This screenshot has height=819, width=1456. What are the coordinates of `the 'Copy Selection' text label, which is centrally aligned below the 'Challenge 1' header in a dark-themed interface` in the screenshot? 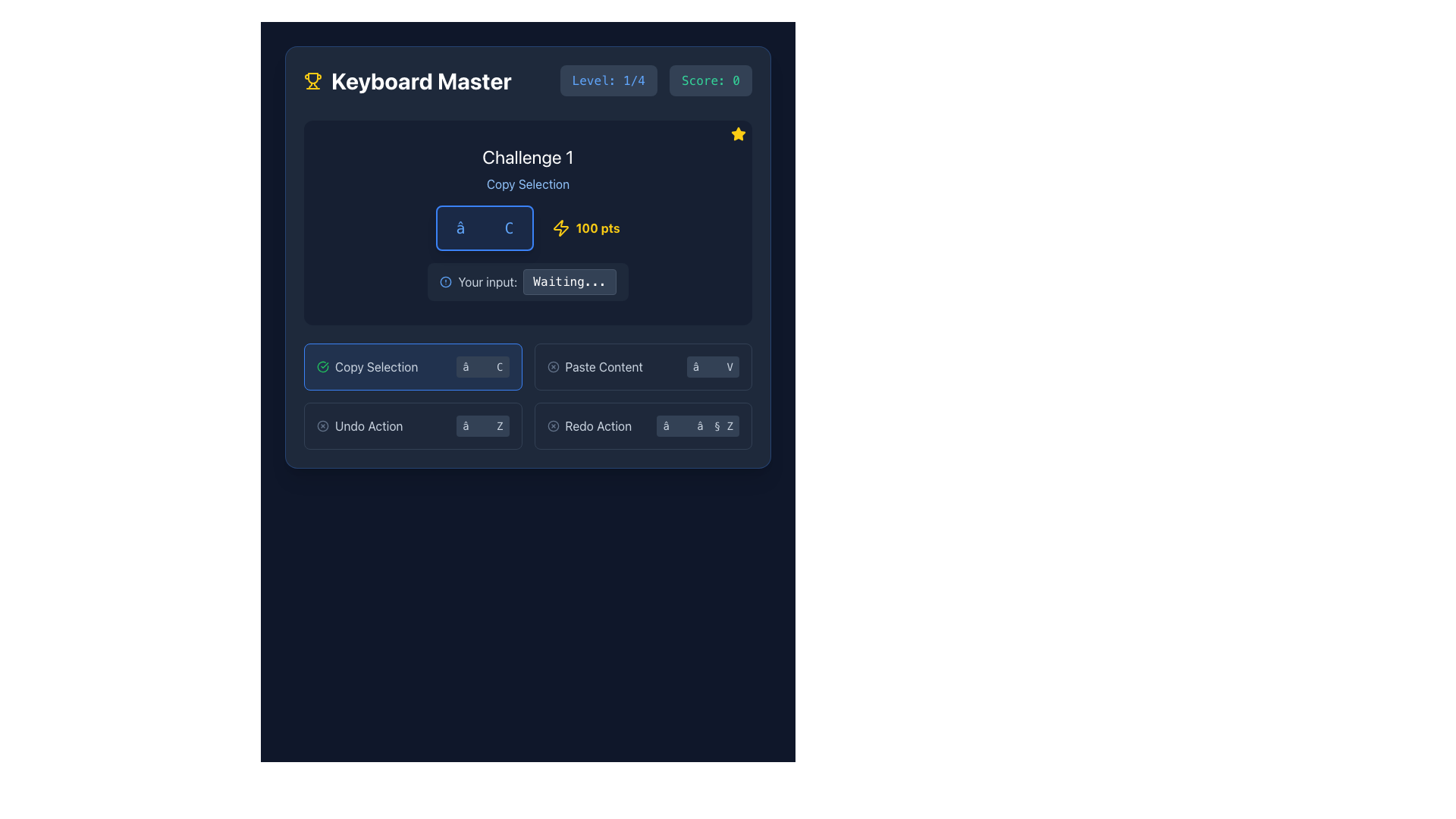 It's located at (528, 184).